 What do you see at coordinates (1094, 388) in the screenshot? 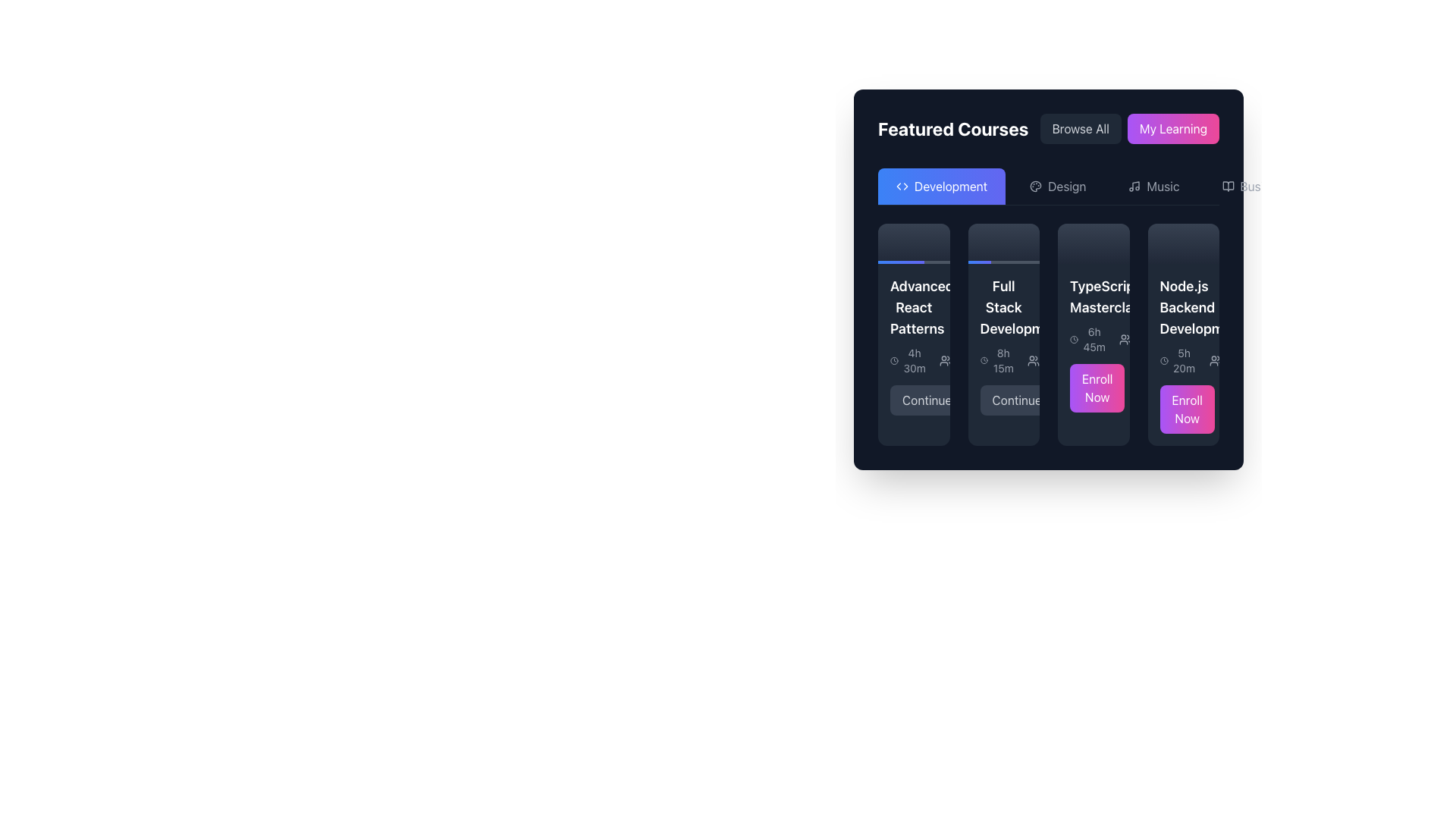
I see `the 'Enroll Now' button with a gradient background transitioning from purple to pink located at the bottom of the 'TypeScript Masterclass' card to enroll in the course` at bounding box center [1094, 388].